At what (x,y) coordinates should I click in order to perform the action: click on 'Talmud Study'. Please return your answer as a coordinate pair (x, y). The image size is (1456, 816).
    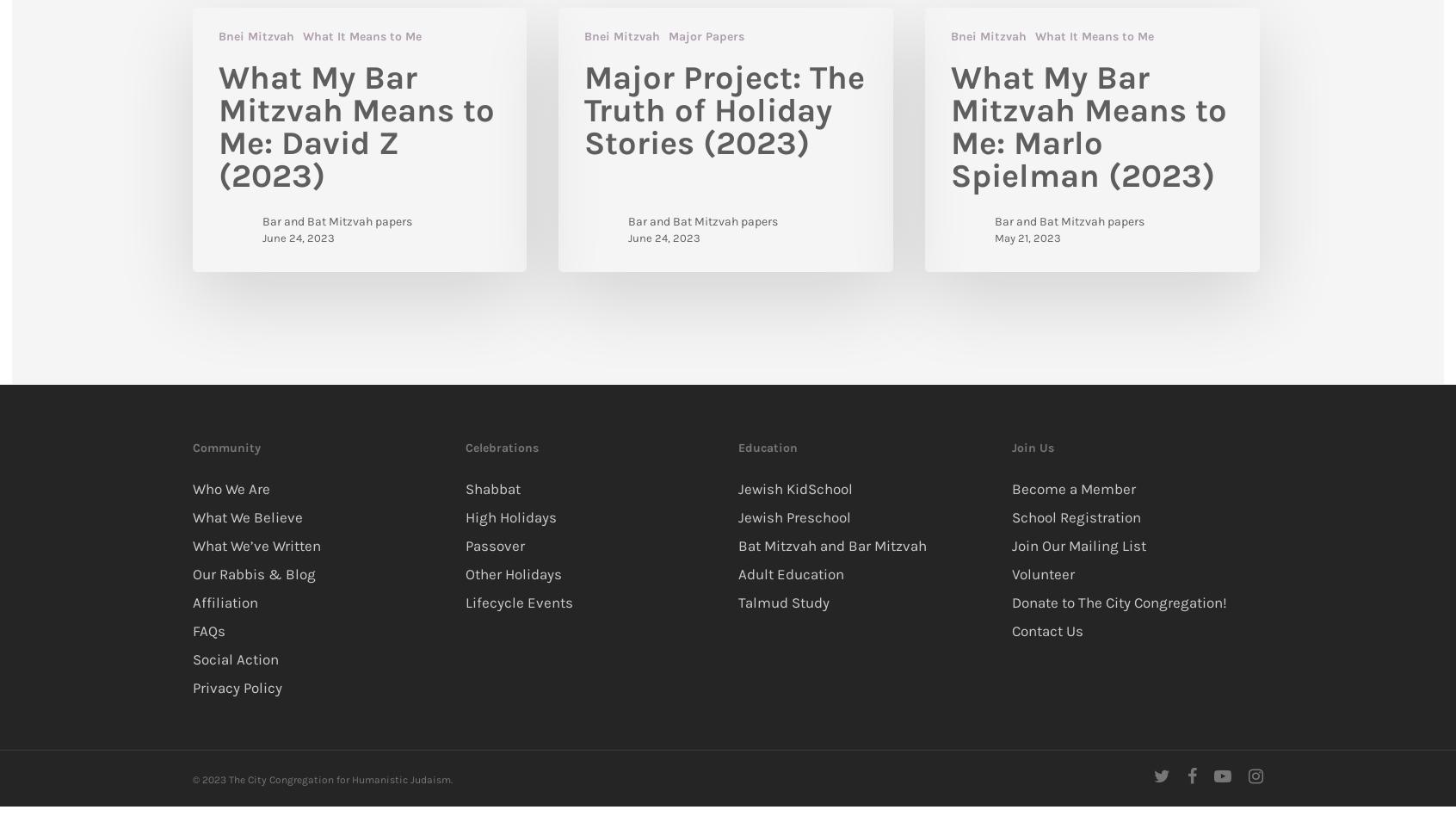
    Looking at the image, I should click on (782, 600).